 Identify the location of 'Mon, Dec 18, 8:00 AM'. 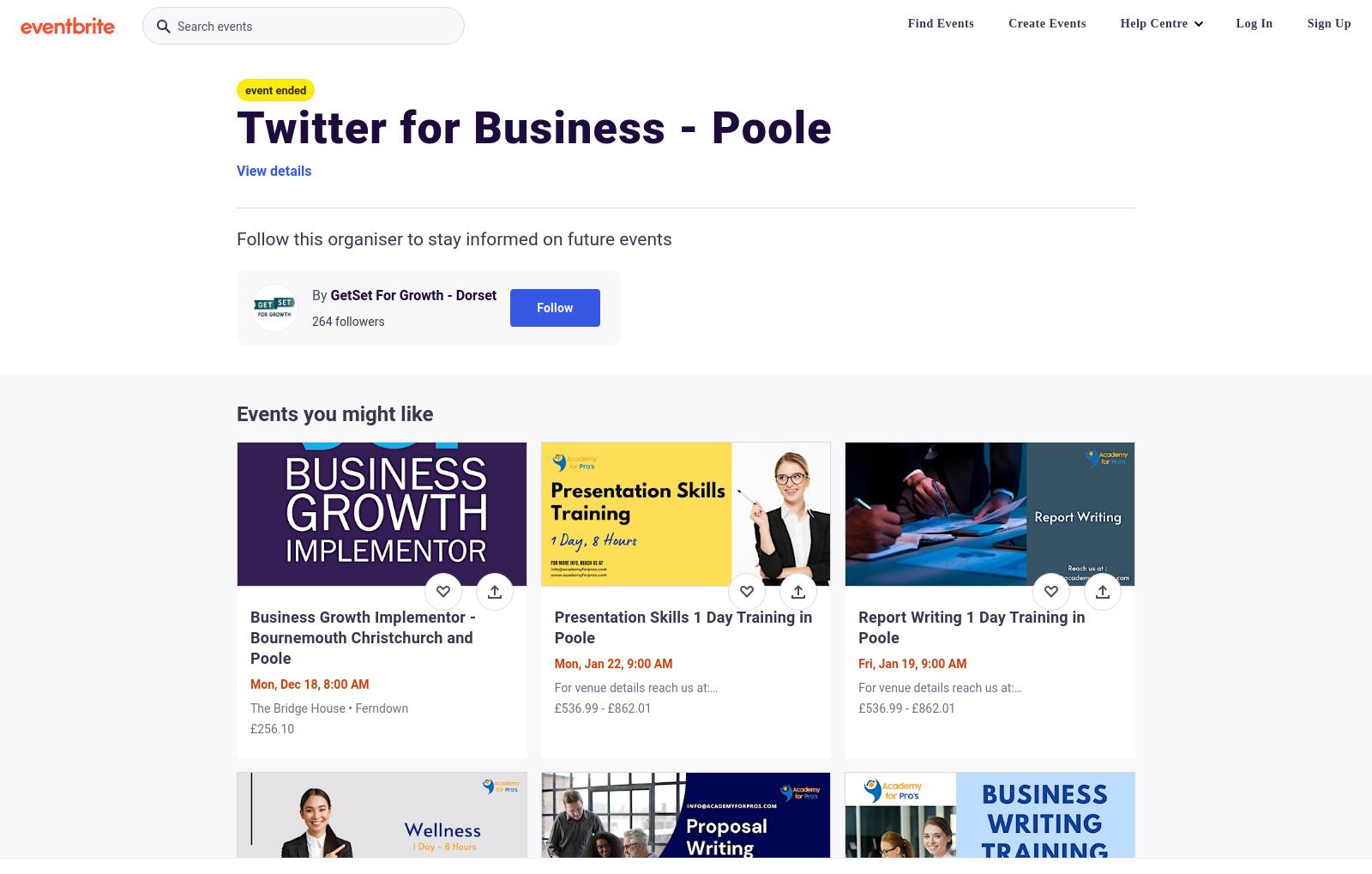
(250, 684).